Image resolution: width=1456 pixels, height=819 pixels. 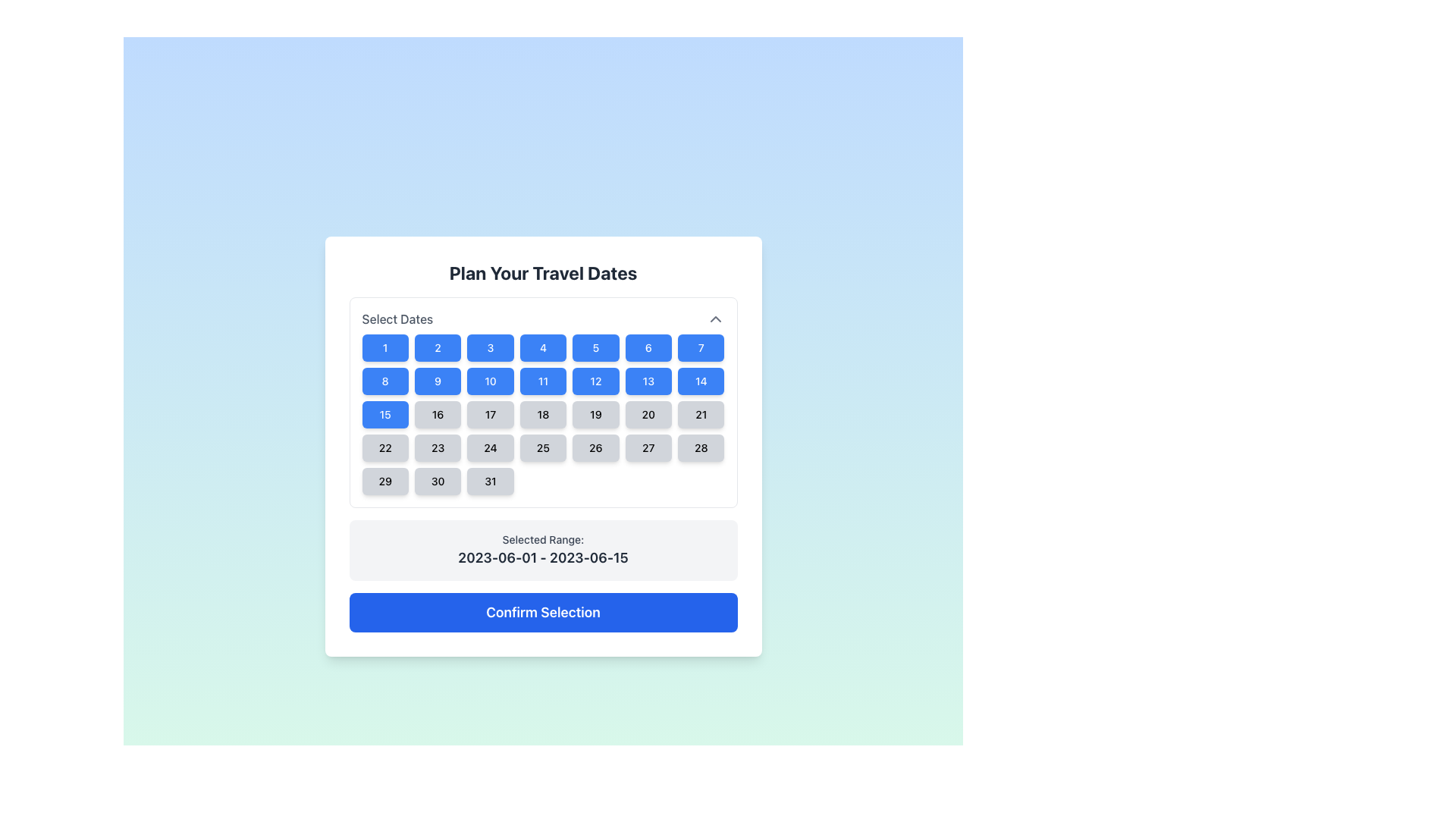 What do you see at coordinates (491, 415) in the screenshot?
I see `the rounded button representing the selectable date (17th) in the calendar-style interface` at bounding box center [491, 415].